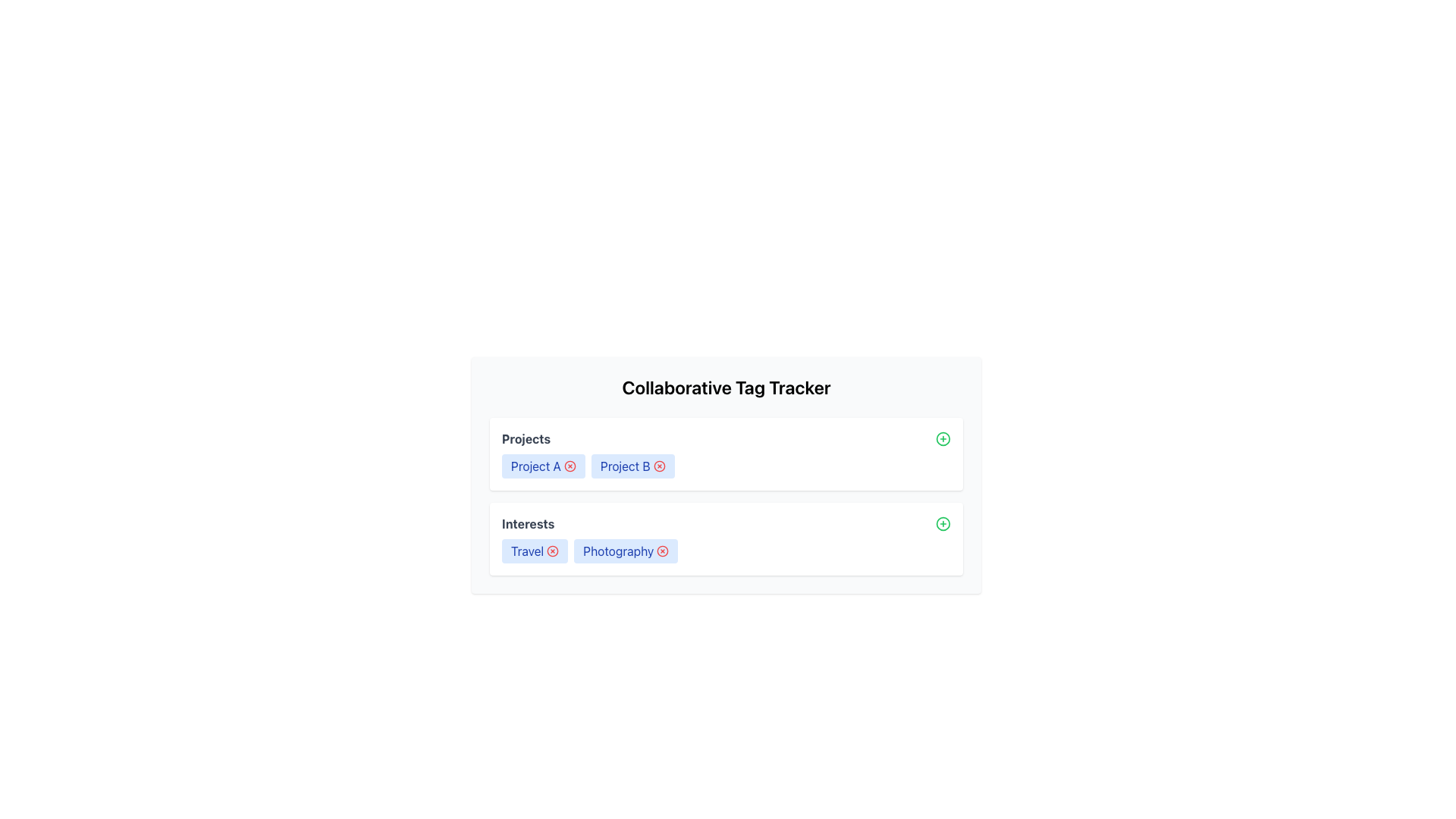  I want to click on the red circular icon indicating removal for the 'Photography' tag in the 'Interests' section, so click(663, 551).